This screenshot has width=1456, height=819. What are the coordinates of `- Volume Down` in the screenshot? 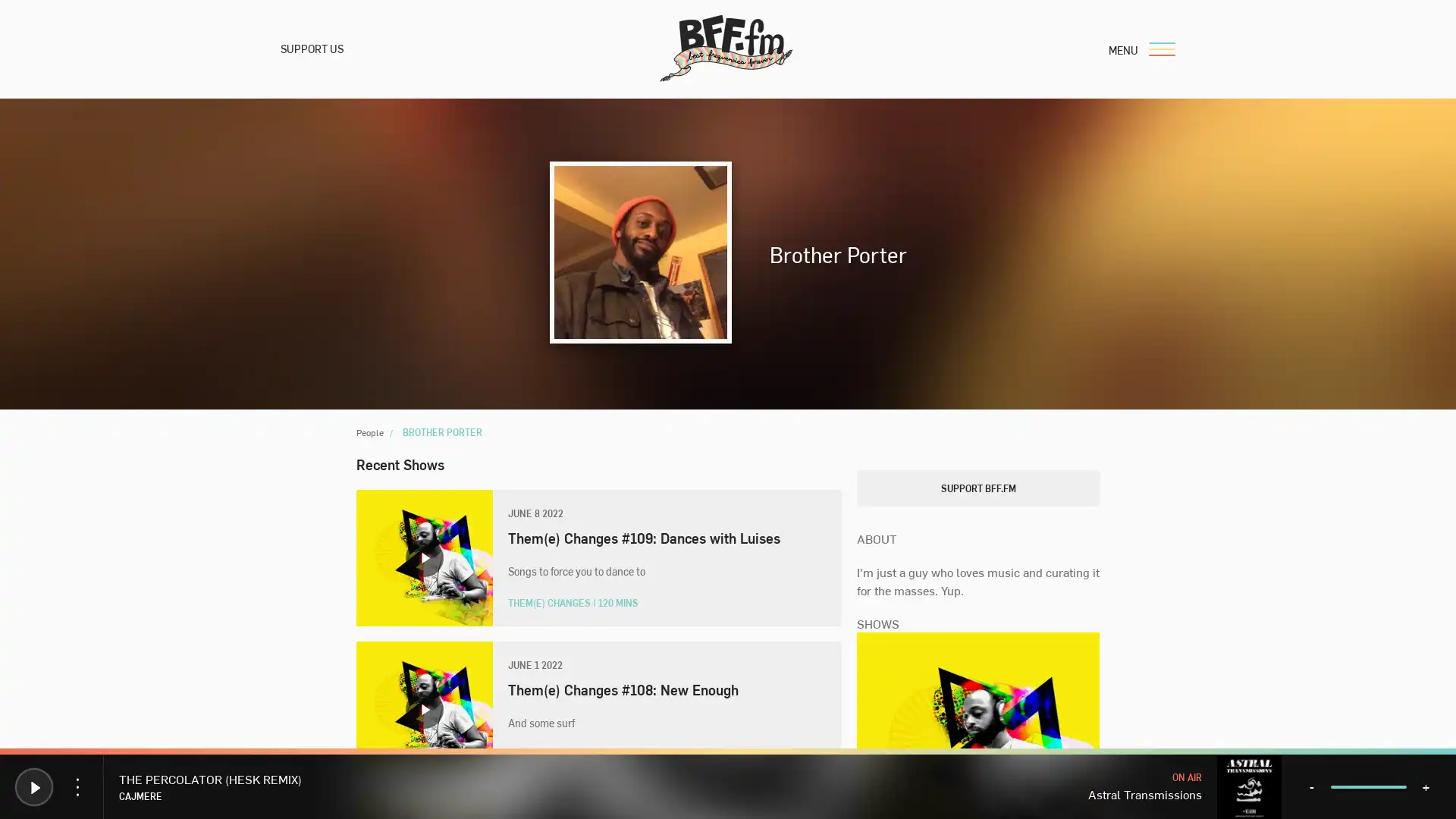 It's located at (1310, 786).